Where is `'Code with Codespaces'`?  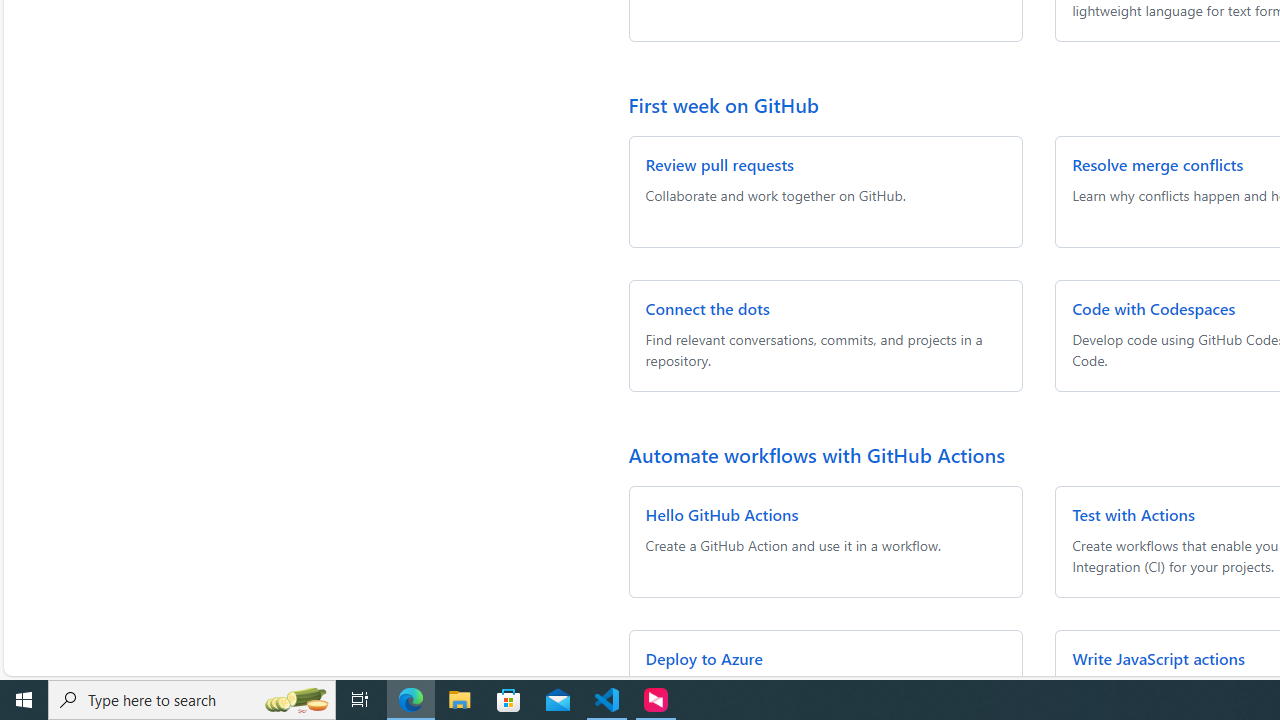 'Code with Codespaces' is located at coordinates (1154, 308).